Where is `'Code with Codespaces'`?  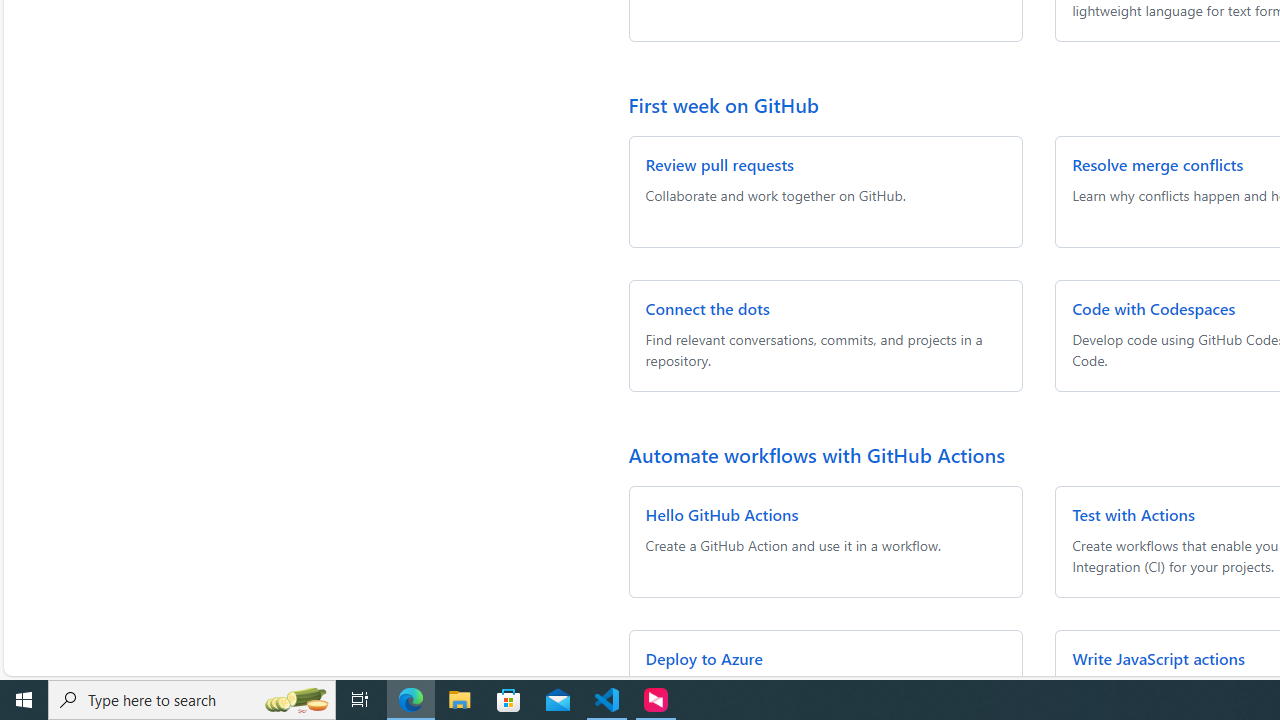 'Code with Codespaces' is located at coordinates (1154, 308).